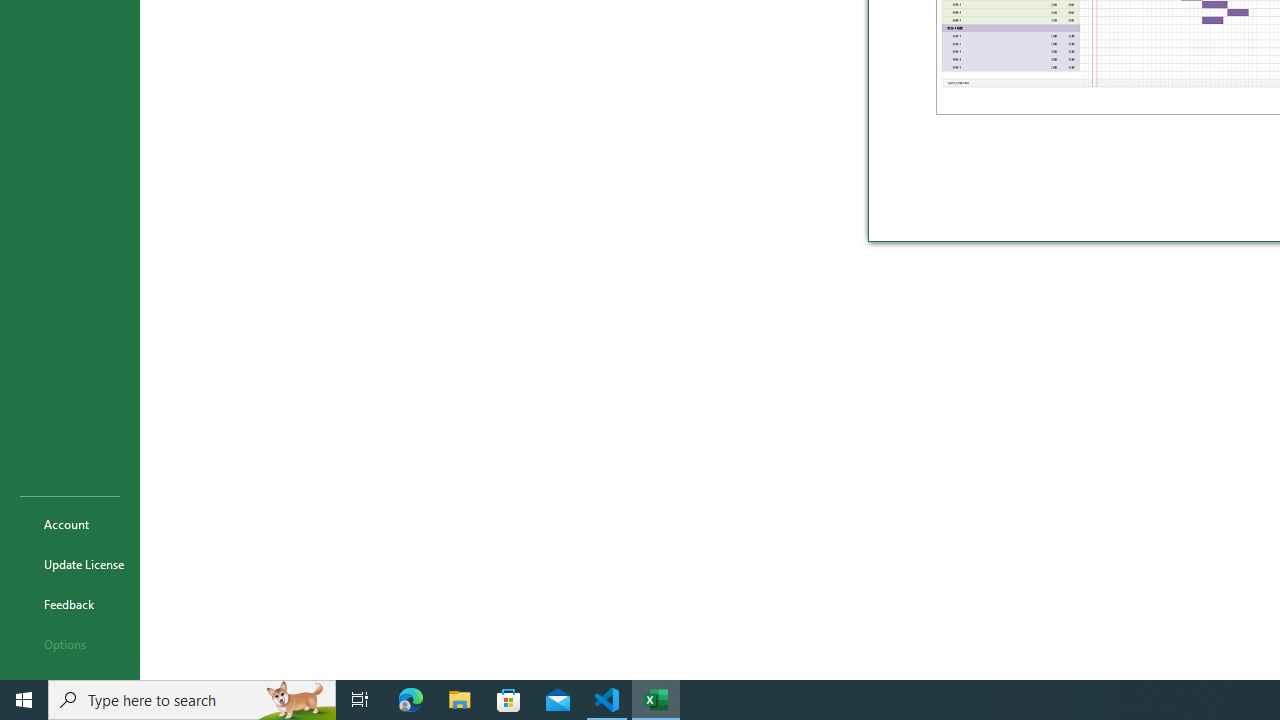 The height and width of the screenshot is (720, 1280). What do you see at coordinates (69, 644) in the screenshot?
I see `'Options'` at bounding box center [69, 644].